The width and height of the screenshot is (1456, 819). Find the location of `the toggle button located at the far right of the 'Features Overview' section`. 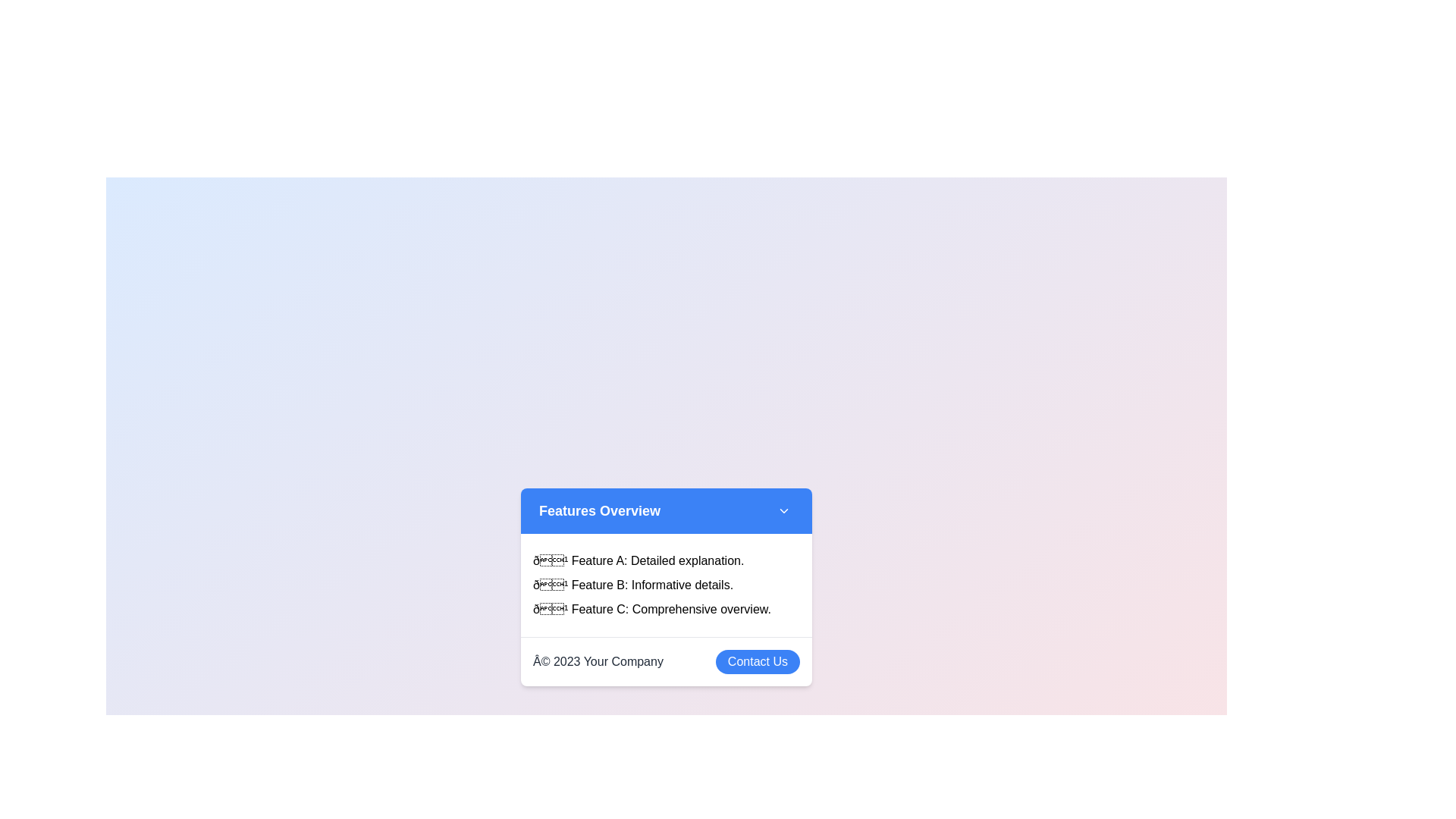

the toggle button located at the far right of the 'Features Overview' section is located at coordinates (783, 510).